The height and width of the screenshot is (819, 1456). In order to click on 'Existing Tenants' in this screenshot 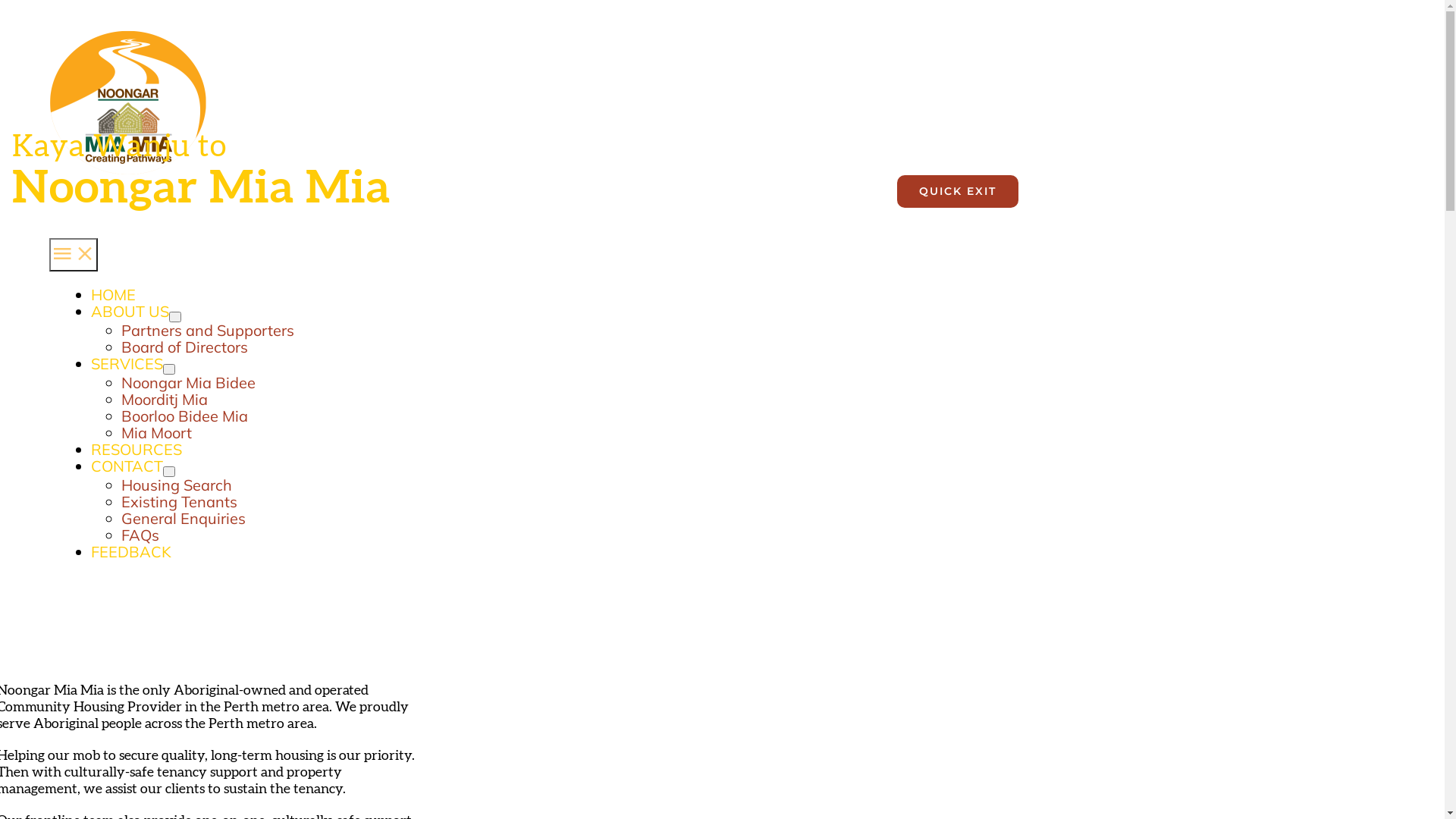, I will do `click(120, 501)`.